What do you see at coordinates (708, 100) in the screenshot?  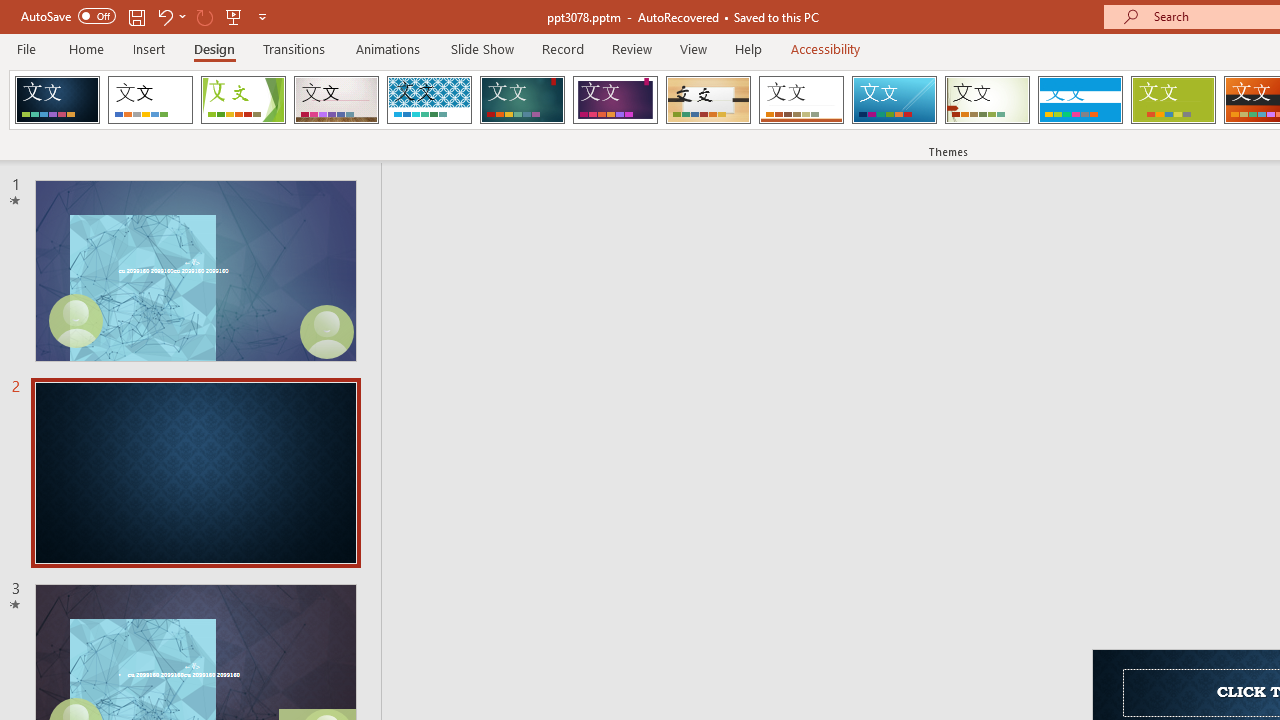 I see `'Organic'` at bounding box center [708, 100].